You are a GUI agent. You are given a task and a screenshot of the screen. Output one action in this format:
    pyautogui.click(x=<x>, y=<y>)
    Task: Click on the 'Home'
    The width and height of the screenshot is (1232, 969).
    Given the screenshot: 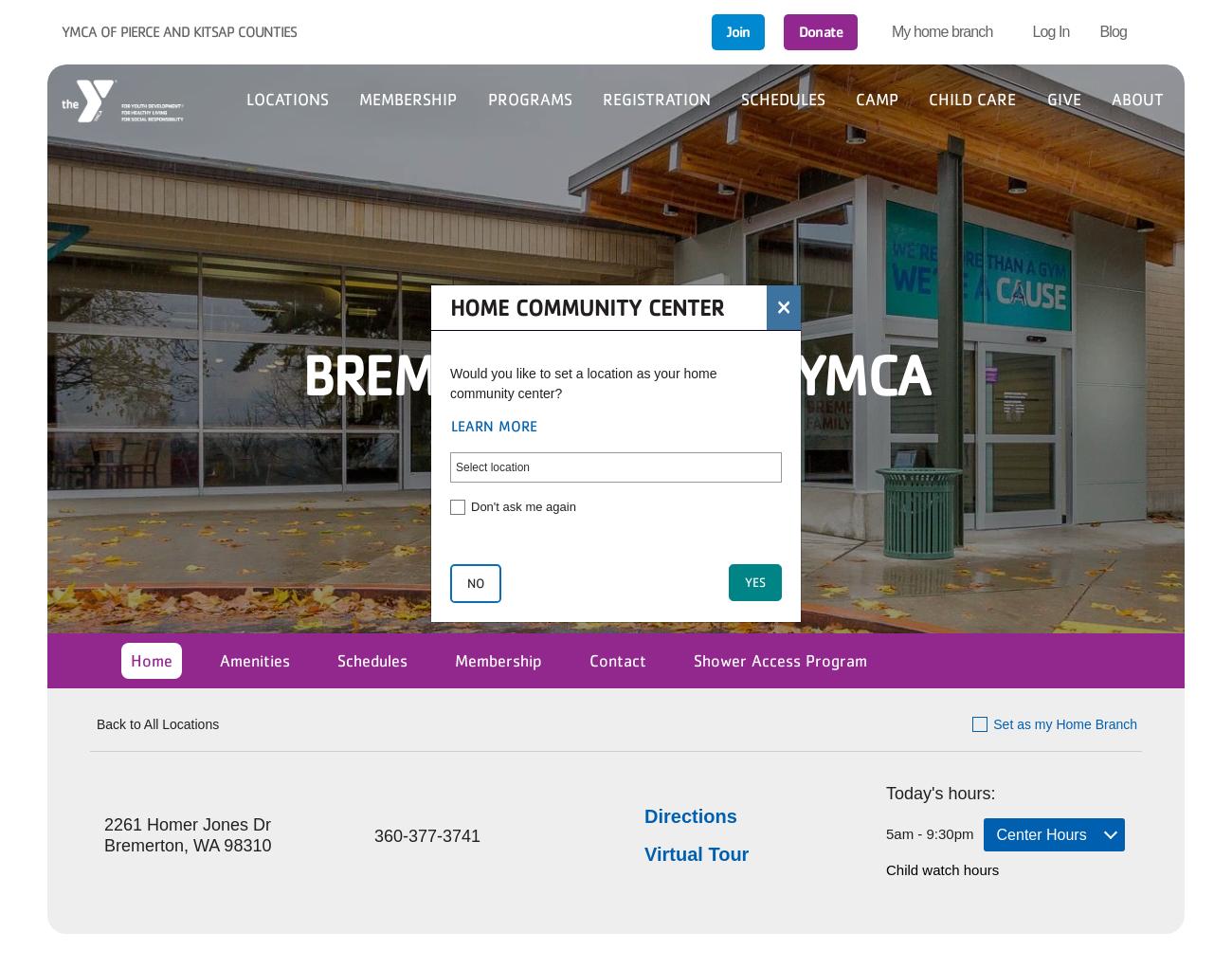 What is the action you would take?
    pyautogui.click(x=151, y=660)
    